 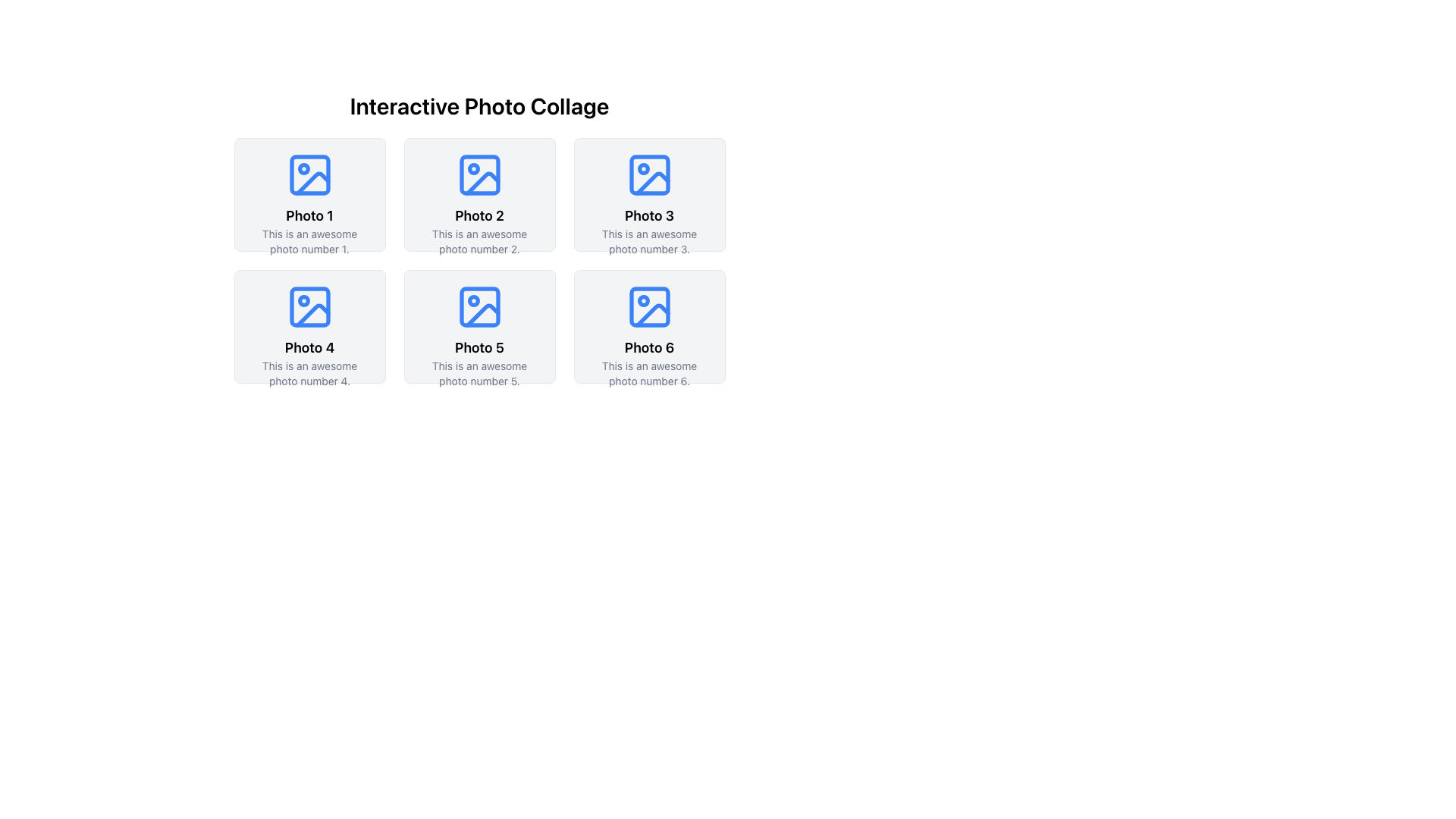 What do you see at coordinates (309, 174) in the screenshot?
I see `the graphical decorative element located in the top-left corner of the first image frame within the photo collage interface` at bounding box center [309, 174].